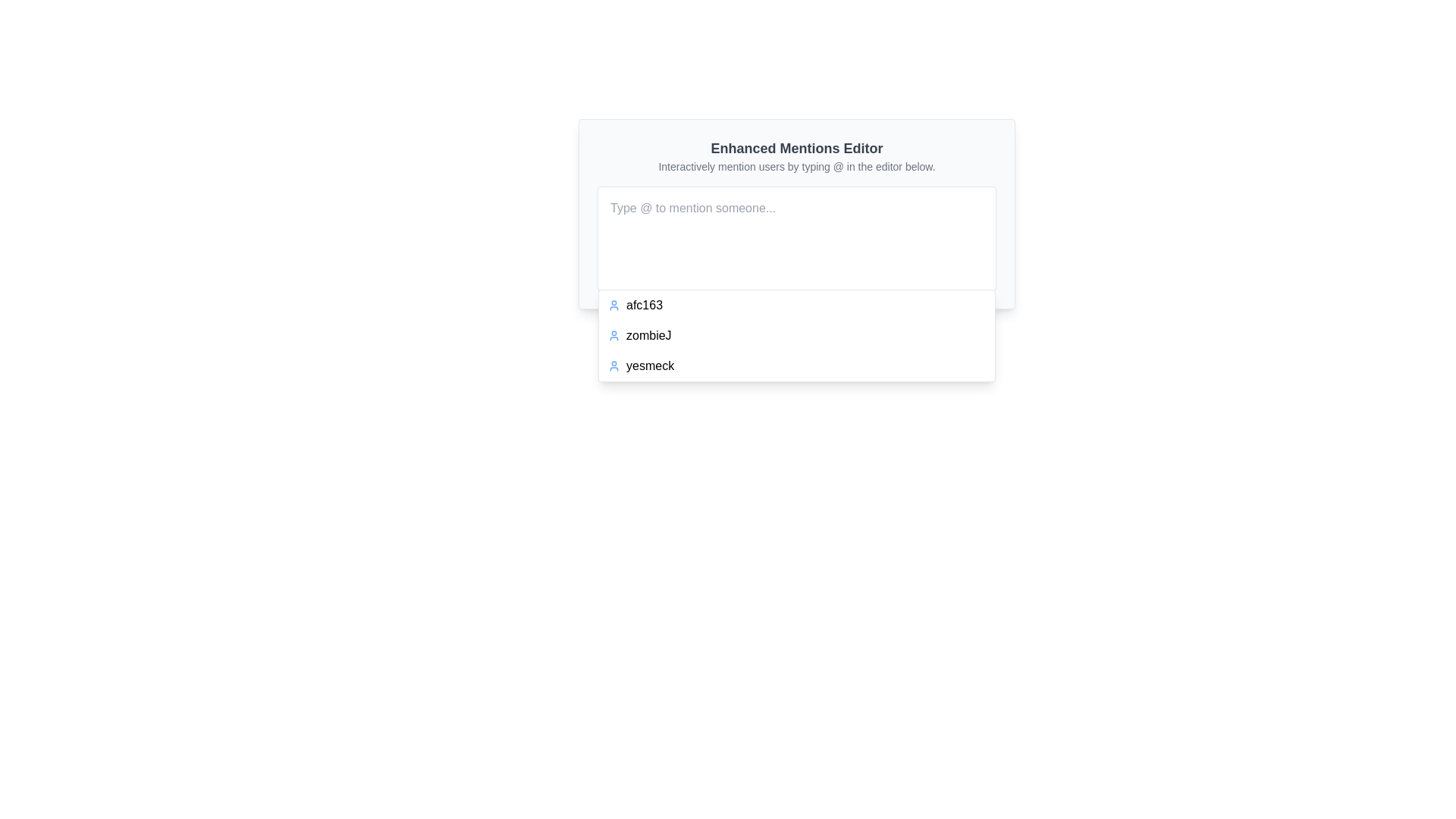 Image resolution: width=1456 pixels, height=819 pixels. What do you see at coordinates (796, 166) in the screenshot?
I see `the static text label that instructs to 'Interactively mention users by typing @ in the editor below.' located below the header 'Enhanced Mentions Editor'` at bounding box center [796, 166].